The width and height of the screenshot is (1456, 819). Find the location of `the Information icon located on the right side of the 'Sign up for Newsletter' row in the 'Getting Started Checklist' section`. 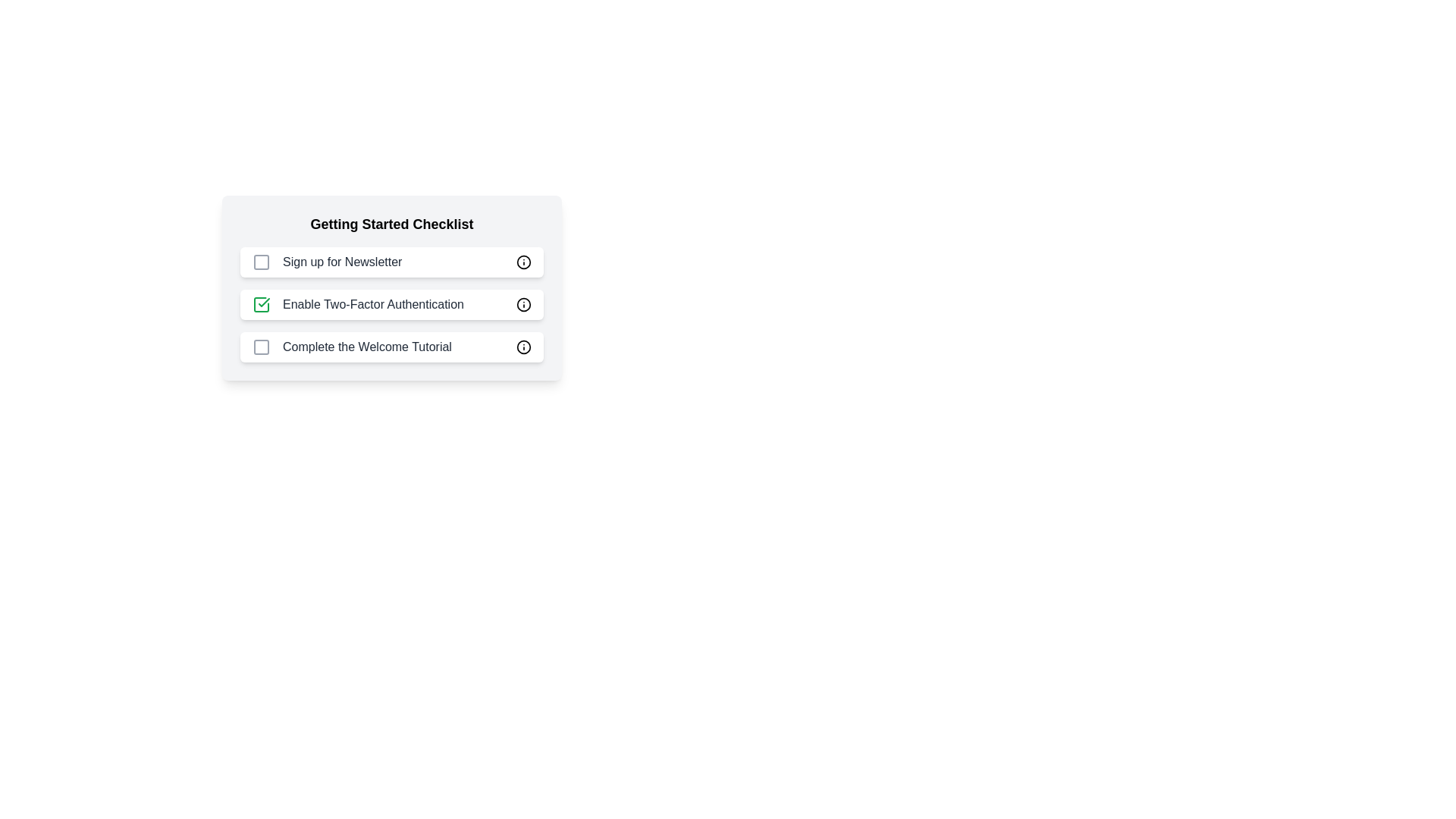

the Information icon located on the right side of the 'Sign up for Newsletter' row in the 'Getting Started Checklist' section is located at coordinates (524, 262).